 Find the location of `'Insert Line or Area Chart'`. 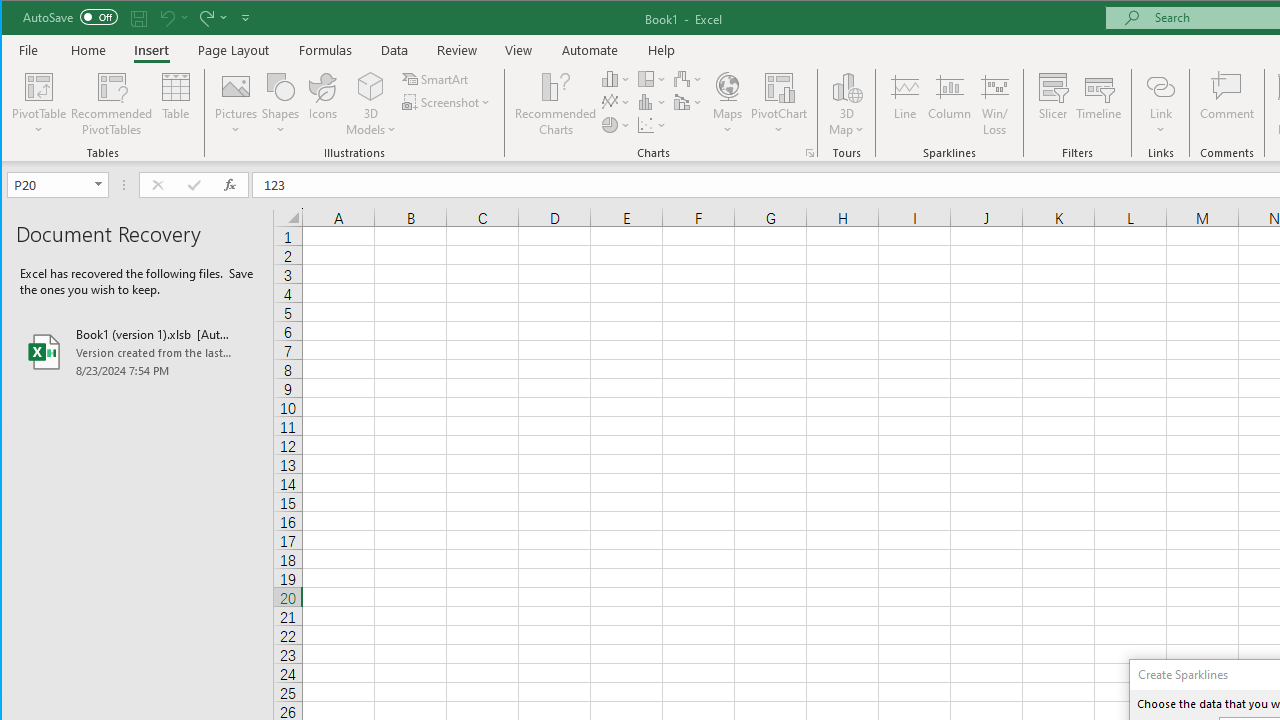

'Insert Line or Area Chart' is located at coordinates (615, 102).